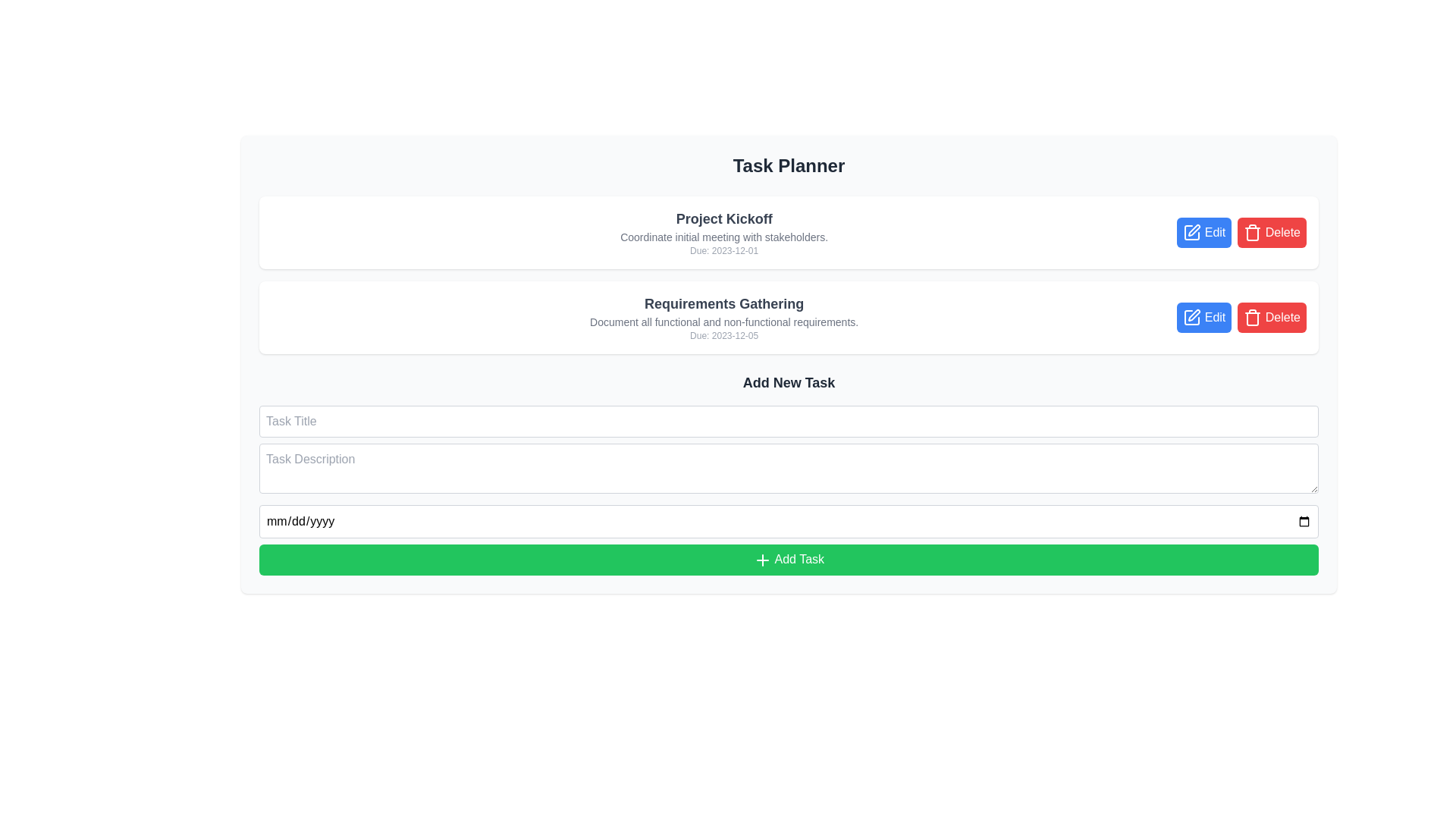 The width and height of the screenshot is (1456, 819). Describe the element at coordinates (762, 560) in the screenshot. I see `the center of the 'Add Task' icon within the green rectangular button` at that location.